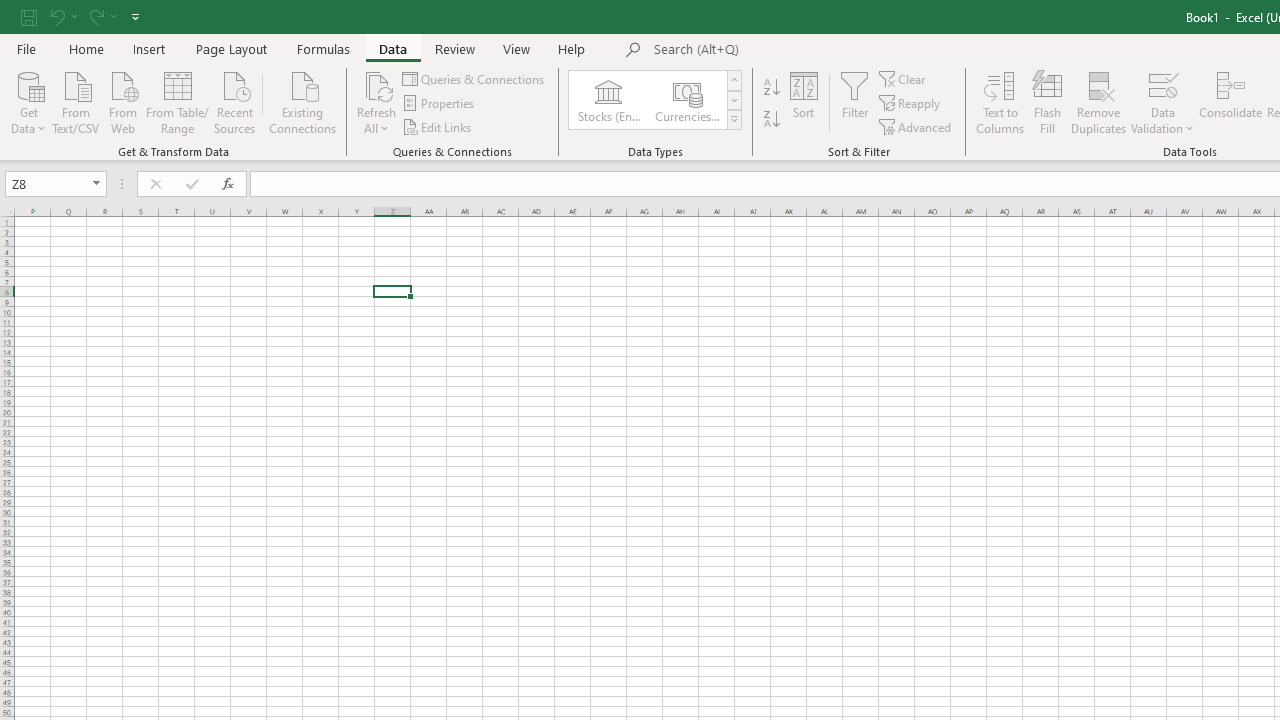  What do you see at coordinates (771, 86) in the screenshot?
I see `'Sort A to Z'` at bounding box center [771, 86].